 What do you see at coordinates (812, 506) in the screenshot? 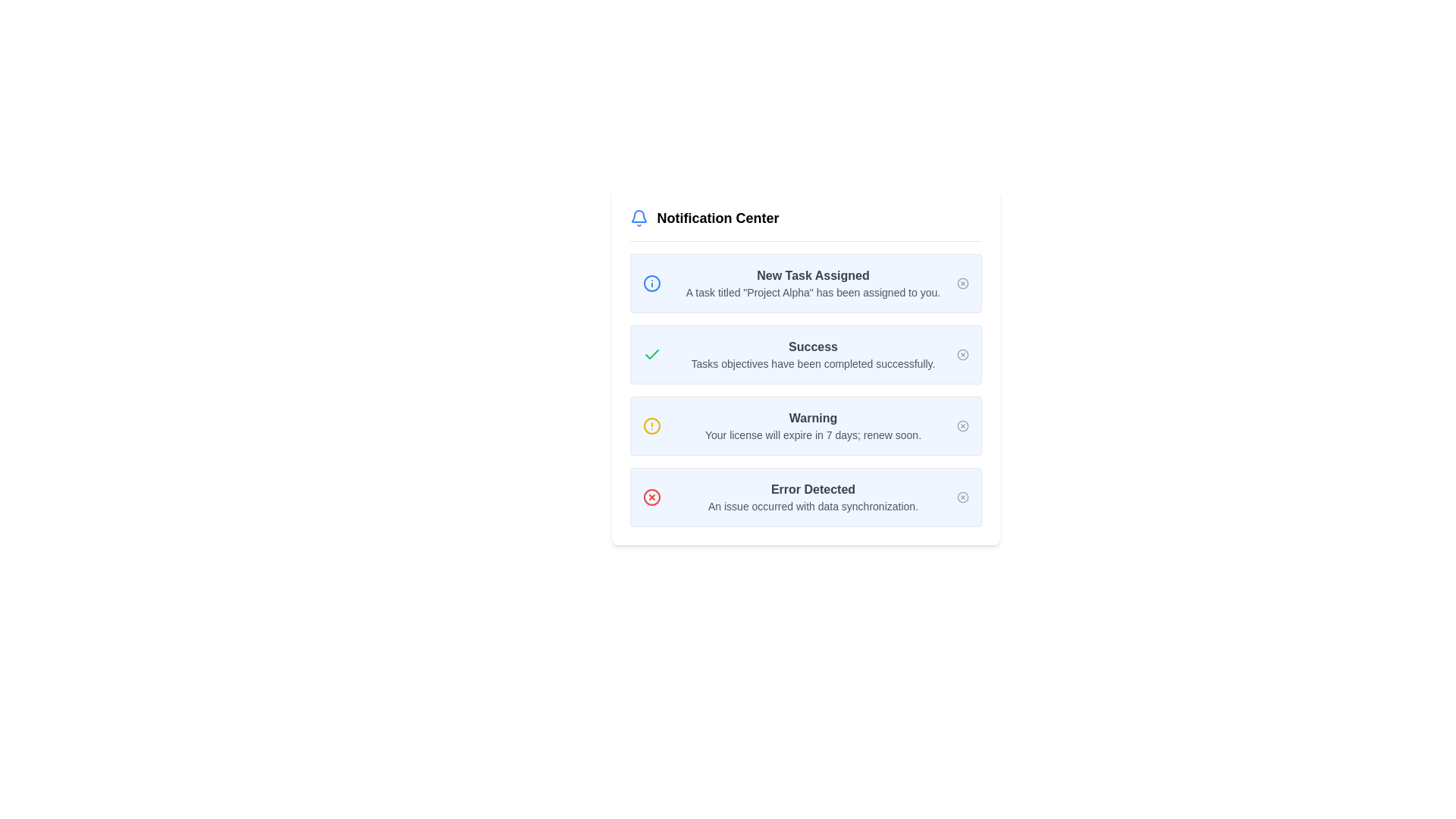
I see `the detailed information text label regarding the error message, positioned at the bottom of the 'Error Detected' notification block` at bounding box center [812, 506].